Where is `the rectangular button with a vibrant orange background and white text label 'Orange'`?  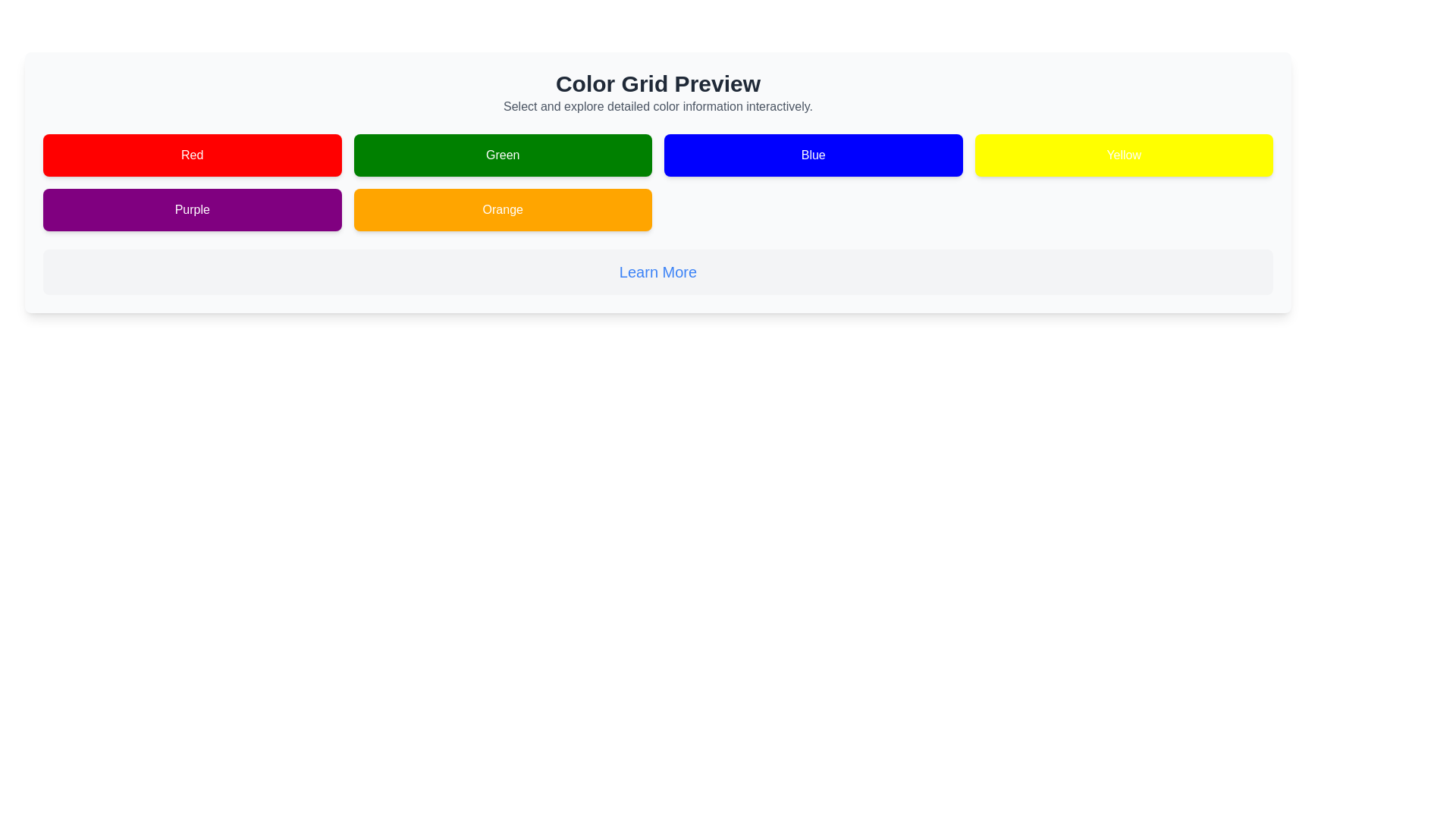 the rectangular button with a vibrant orange background and white text label 'Orange' is located at coordinates (503, 210).